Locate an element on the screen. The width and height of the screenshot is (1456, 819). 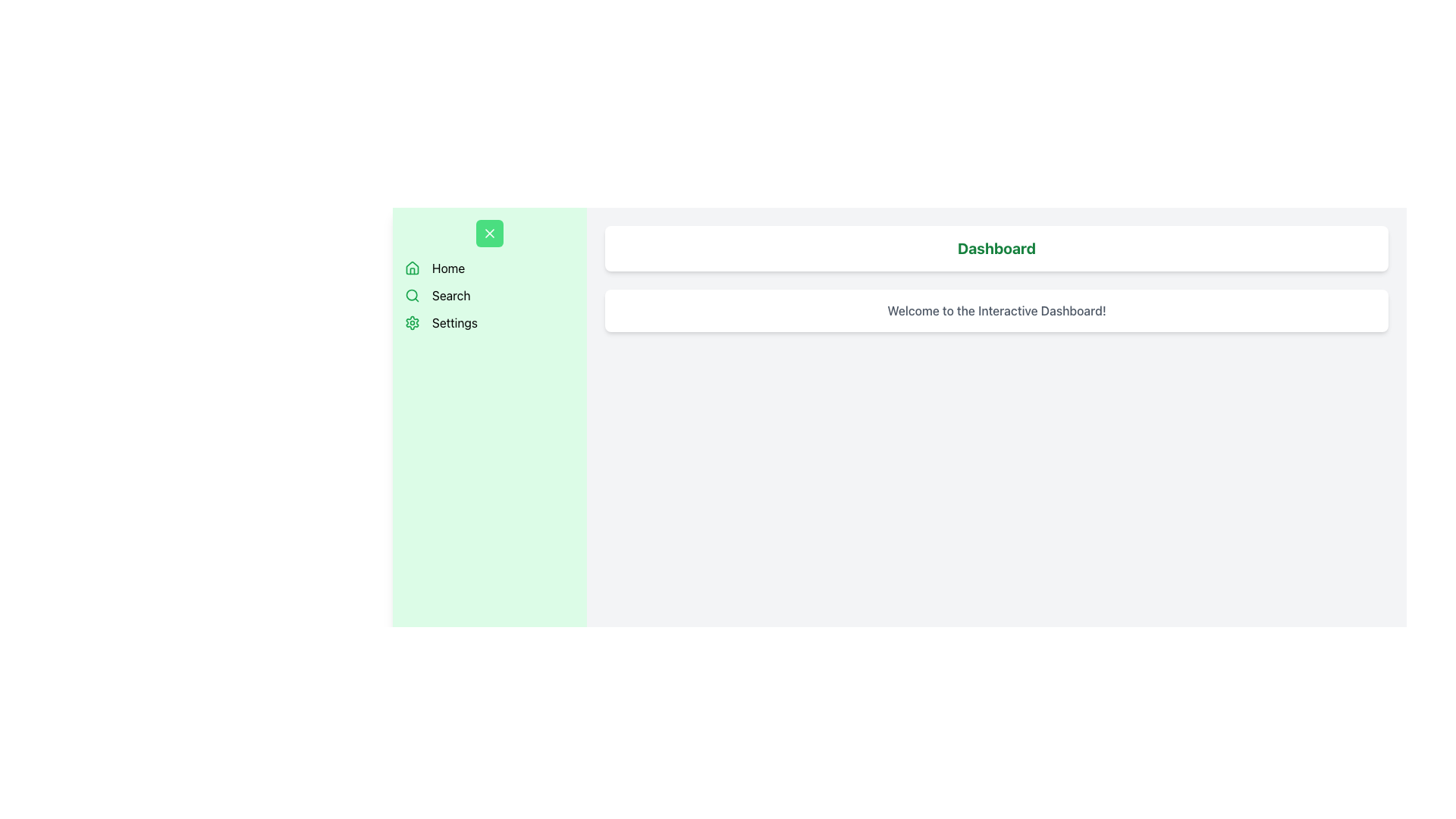
the 'Settings' icon located in the navigation menu on the left sidebar is located at coordinates (412, 322).